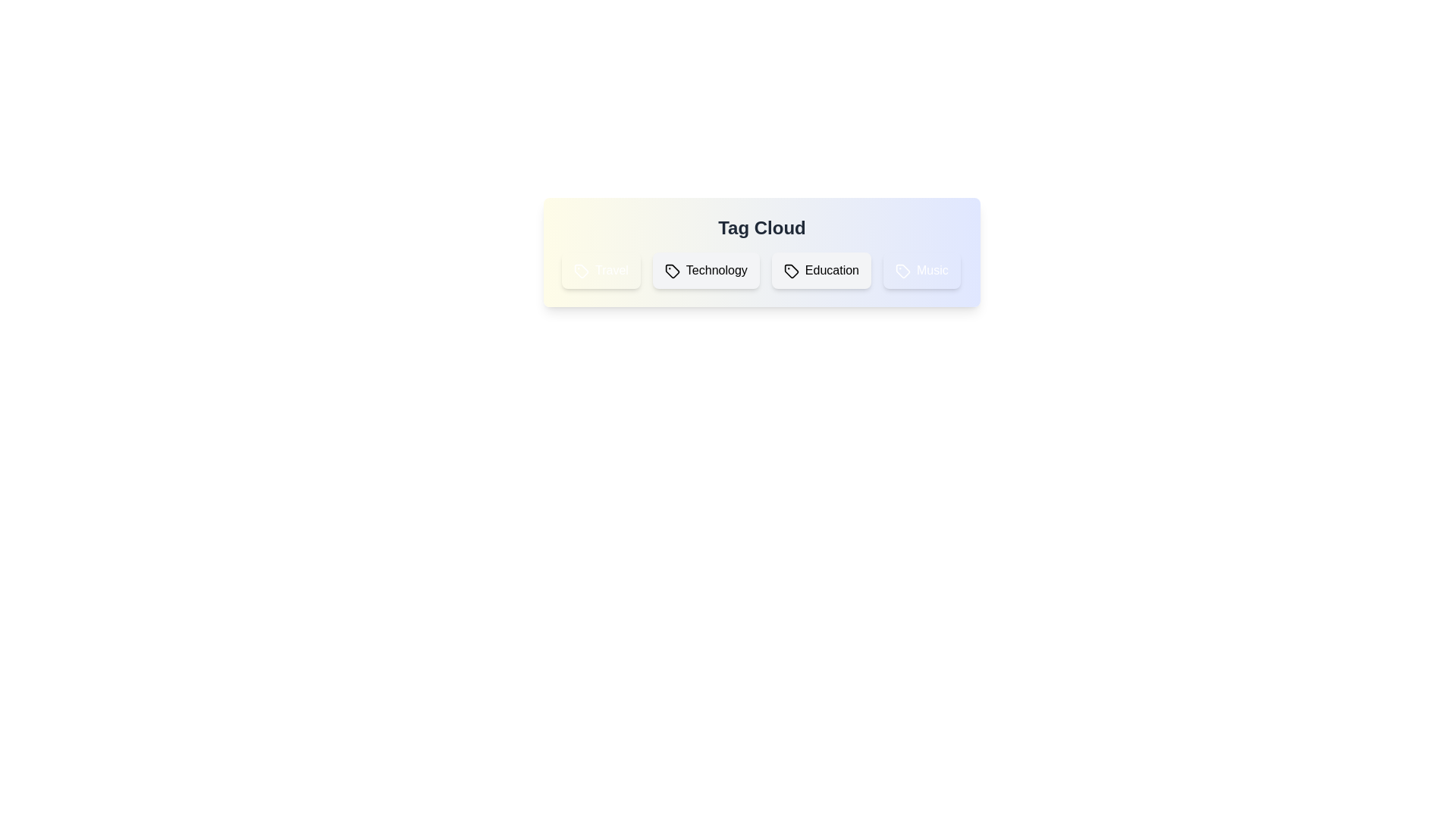 This screenshot has height=819, width=1456. Describe the element at coordinates (821, 270) in the screenshot. I see `the tag Education` at that location.